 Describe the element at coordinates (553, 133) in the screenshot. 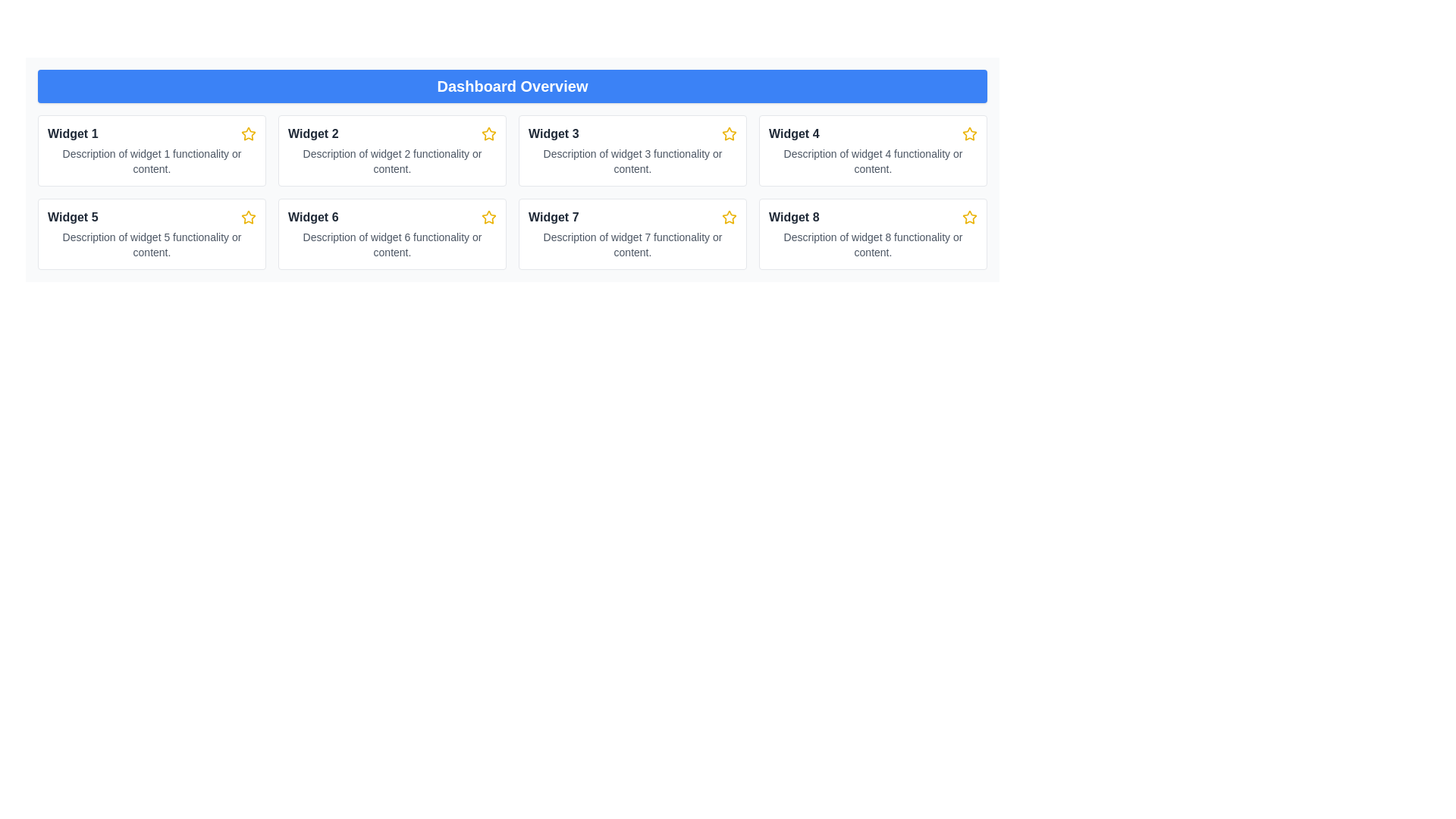

I see `the title text of the third card in the first row of the grid layout, which is positioned between 'Widget 2' and 'Widget 4'` at that location.